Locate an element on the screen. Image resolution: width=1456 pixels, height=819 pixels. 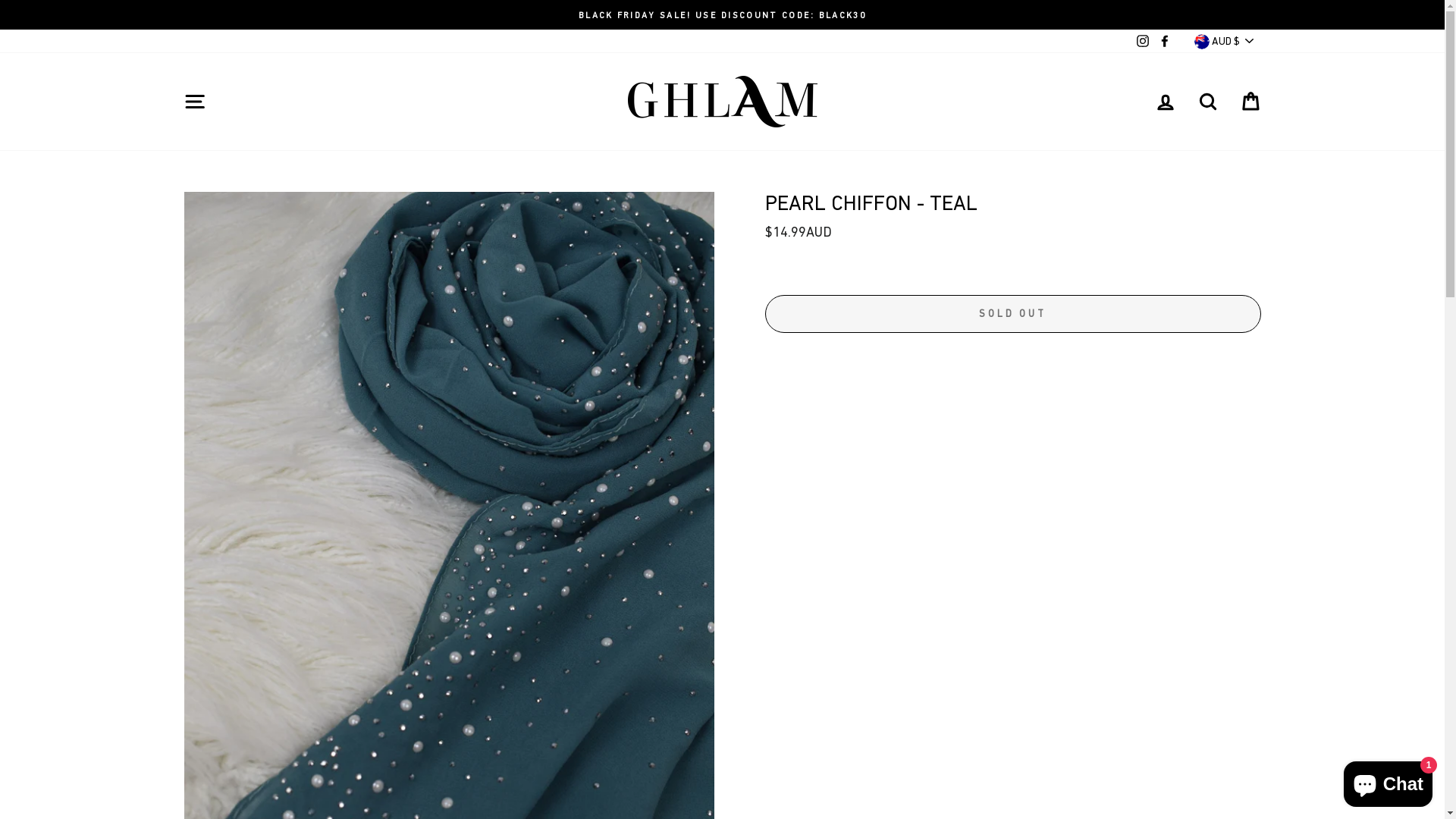
'SITE NAVIGATION' is located at coordinates (174, 101).